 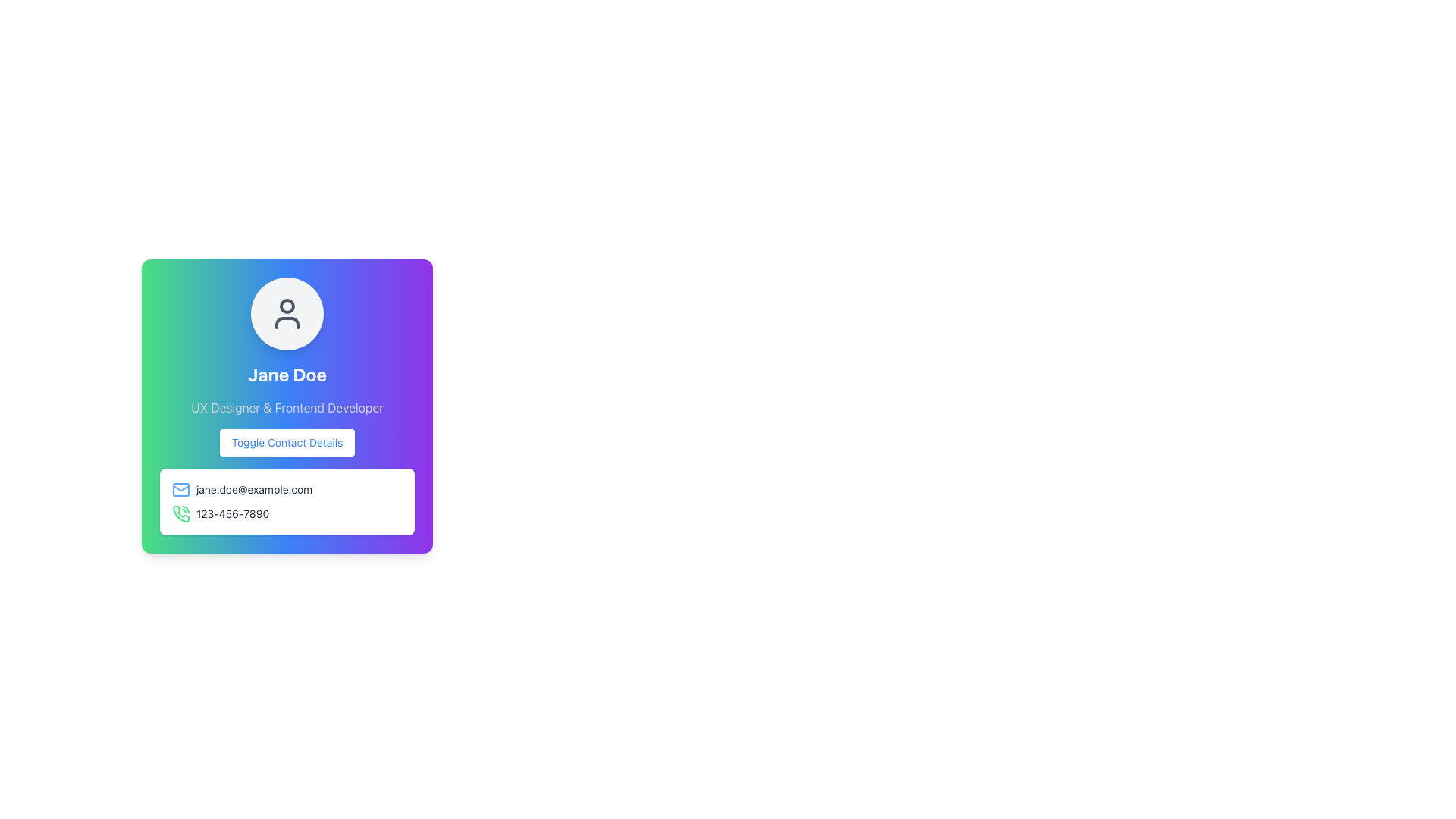 I want to click on the phone call icon located beside the phone number to initiate a phone call, so click(x=181, y=513).